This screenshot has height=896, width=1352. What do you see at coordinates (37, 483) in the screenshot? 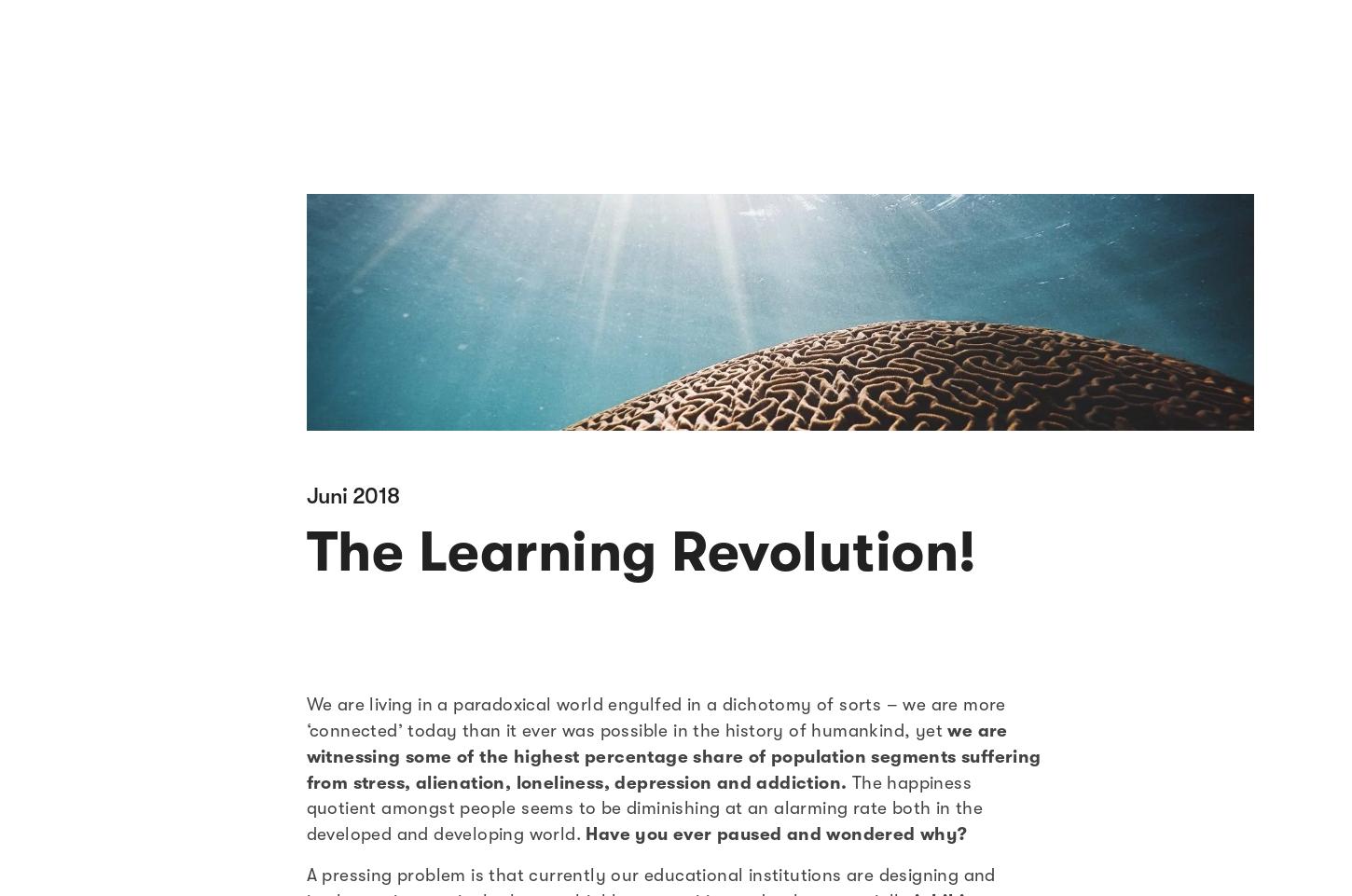
I see `'Nutze unsere Co-Working Spaces spontan mit dem Impact Hub Tagespass.'` at bounding box center [37, 483].